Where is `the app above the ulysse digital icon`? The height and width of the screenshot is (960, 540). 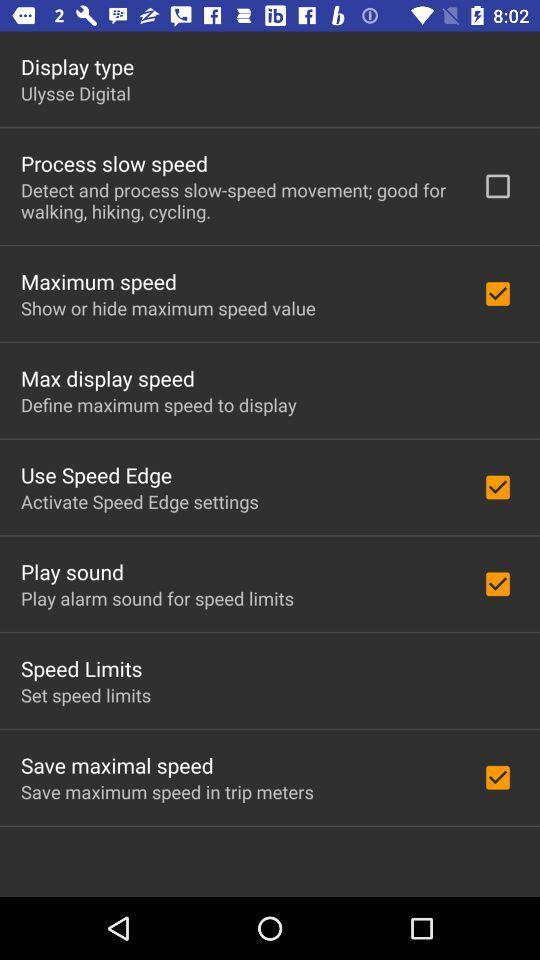
the app above the ulysse digital icon is located at coordinates (76, 66).